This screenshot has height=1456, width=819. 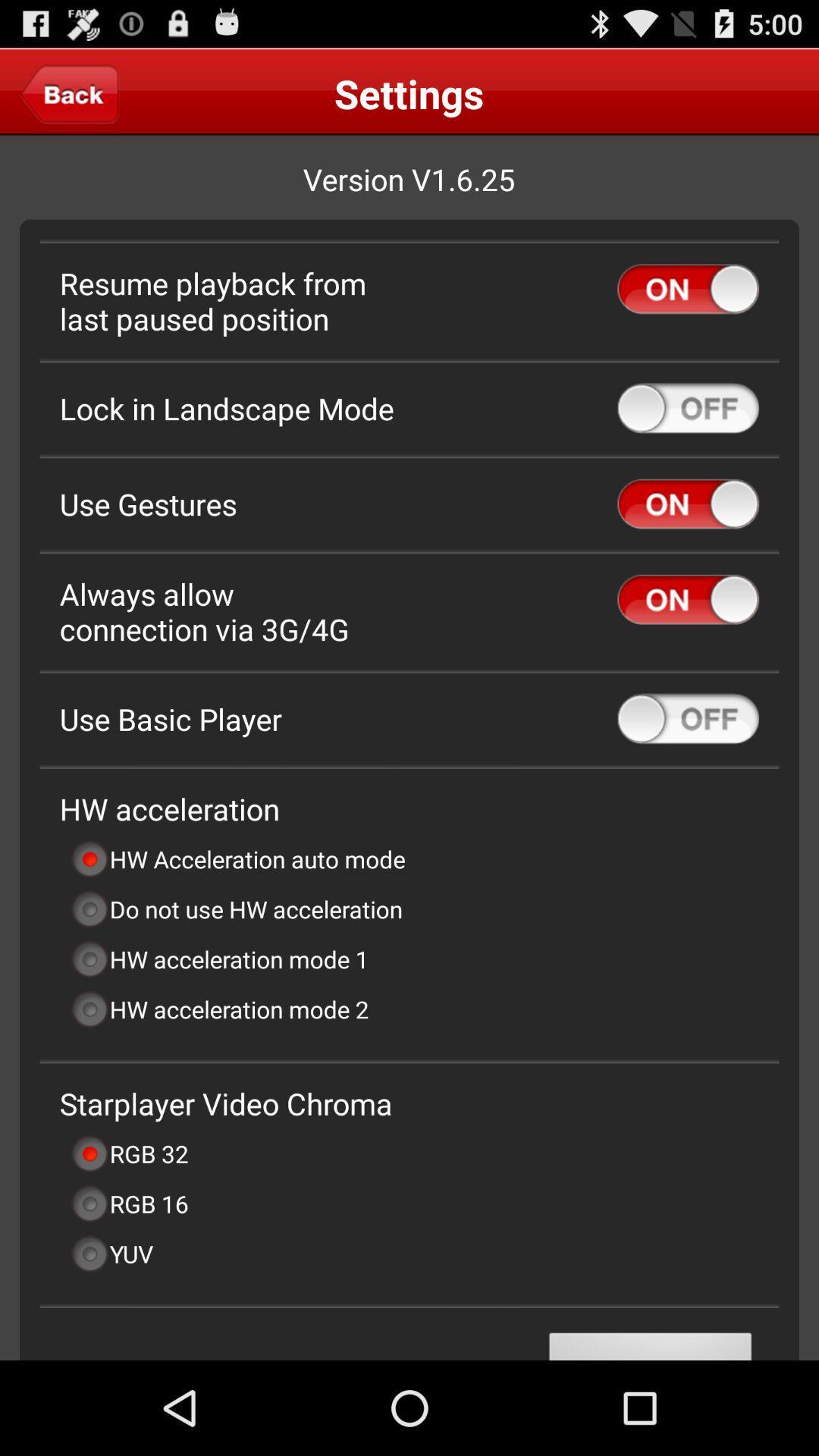 I want to click on switch use gestures option to off, so click(x=688, y=504).